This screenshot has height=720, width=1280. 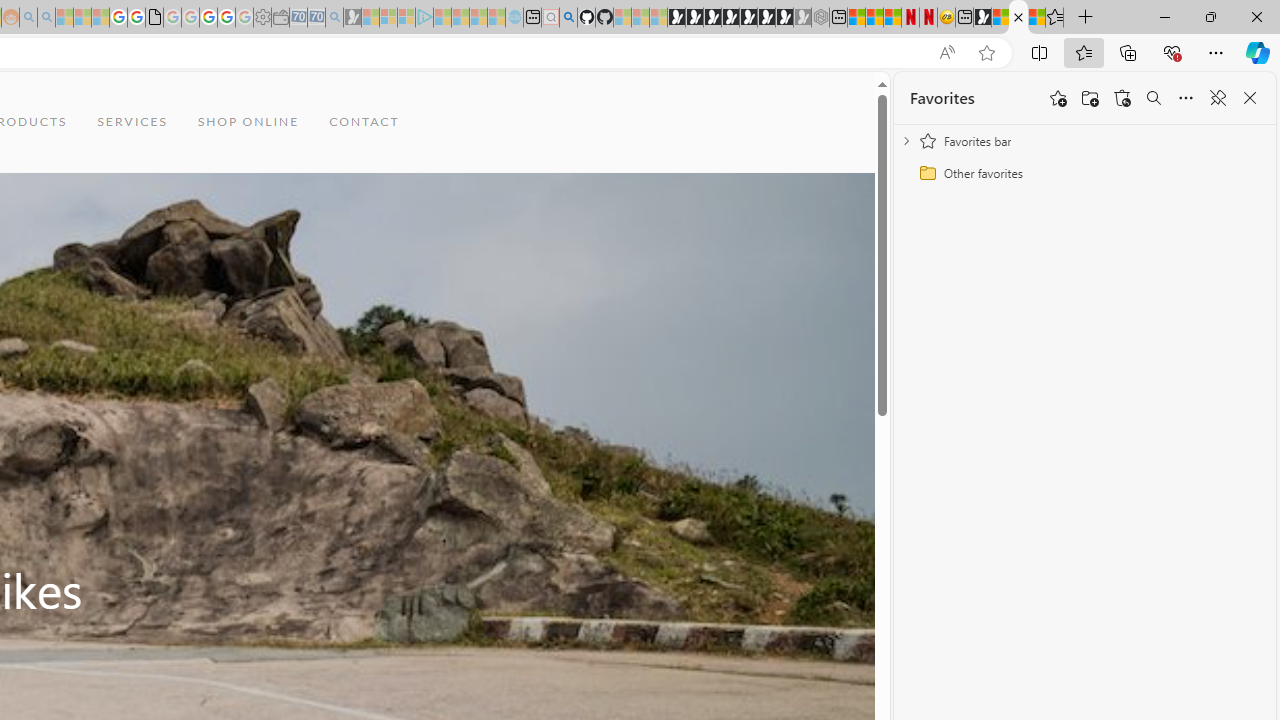 What do you see at coordinates (364, 122) in the screenshot?
I see `'CONTACT'` at bounding box center [364, 122].